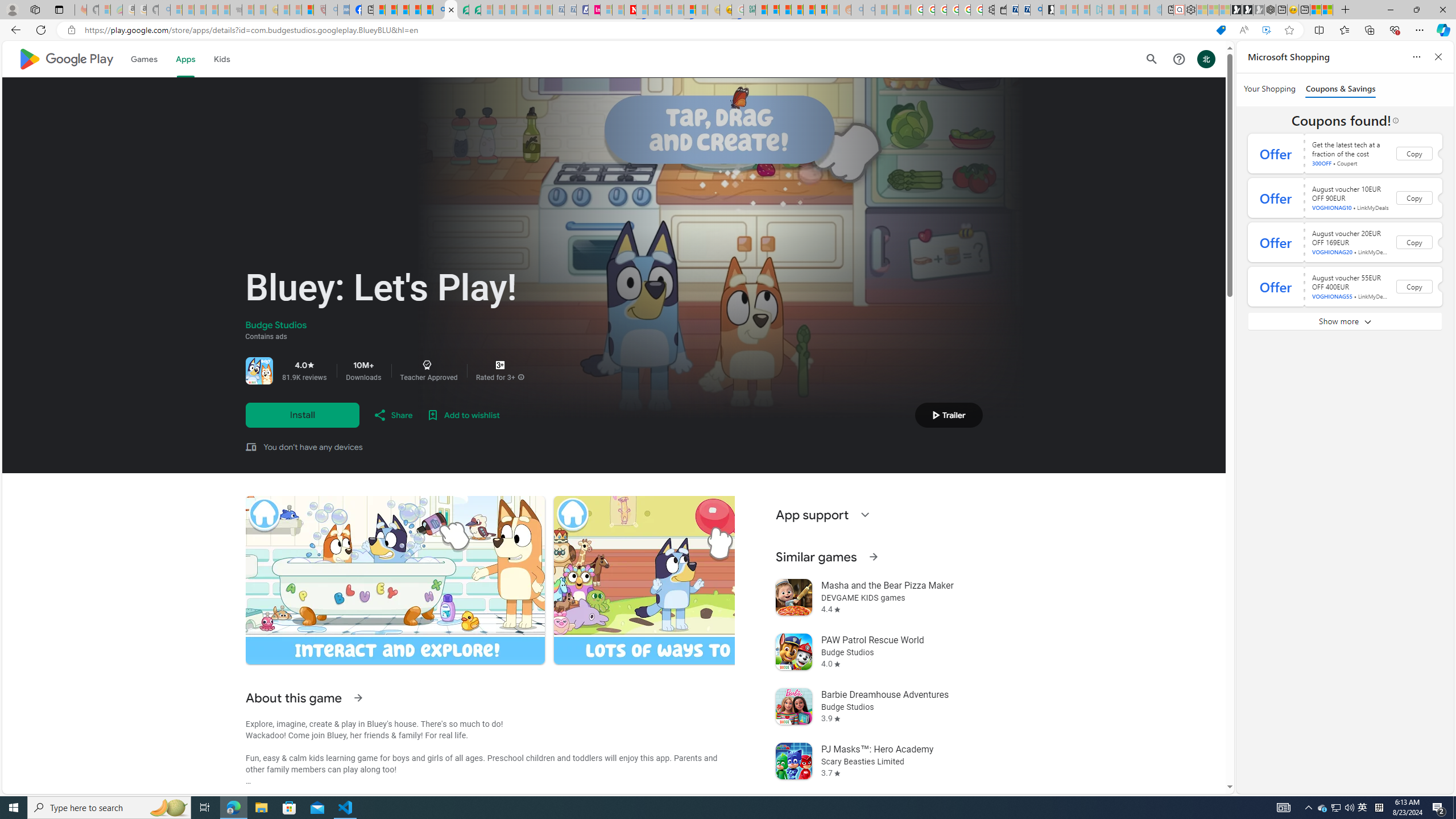 This screenshot has width=1456, height=819. What do you see at coordinates (809, 9) in the screenshot?
I see `'Kinda Frugal - MSN'` at bounding box center [809, 9].